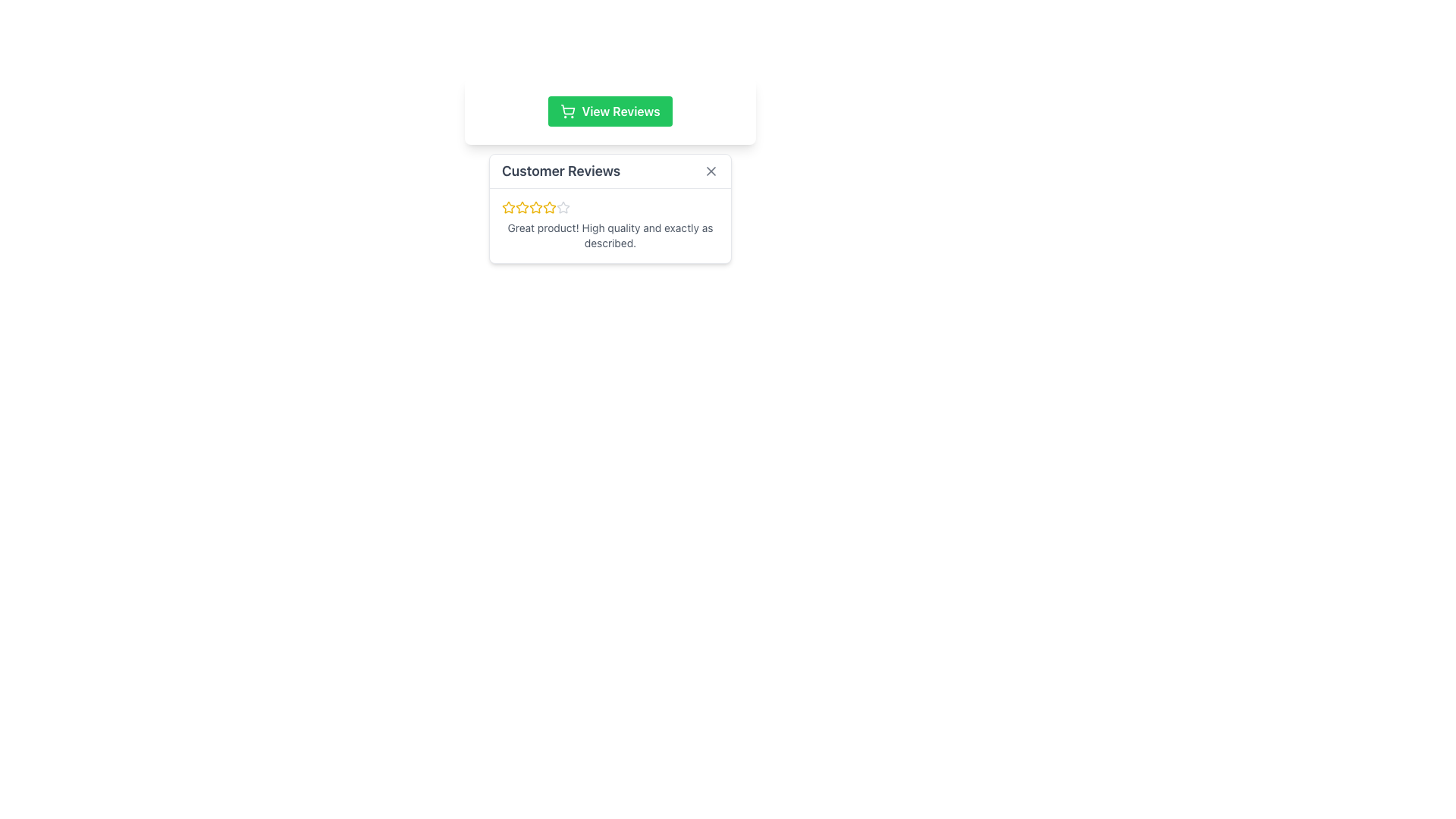  What do you see at coordinates (710, 171) in the screenshot?
I see `the close button located in the upper-right corner of the 'Customer Reviews' section` at bounding box center [710, 171].